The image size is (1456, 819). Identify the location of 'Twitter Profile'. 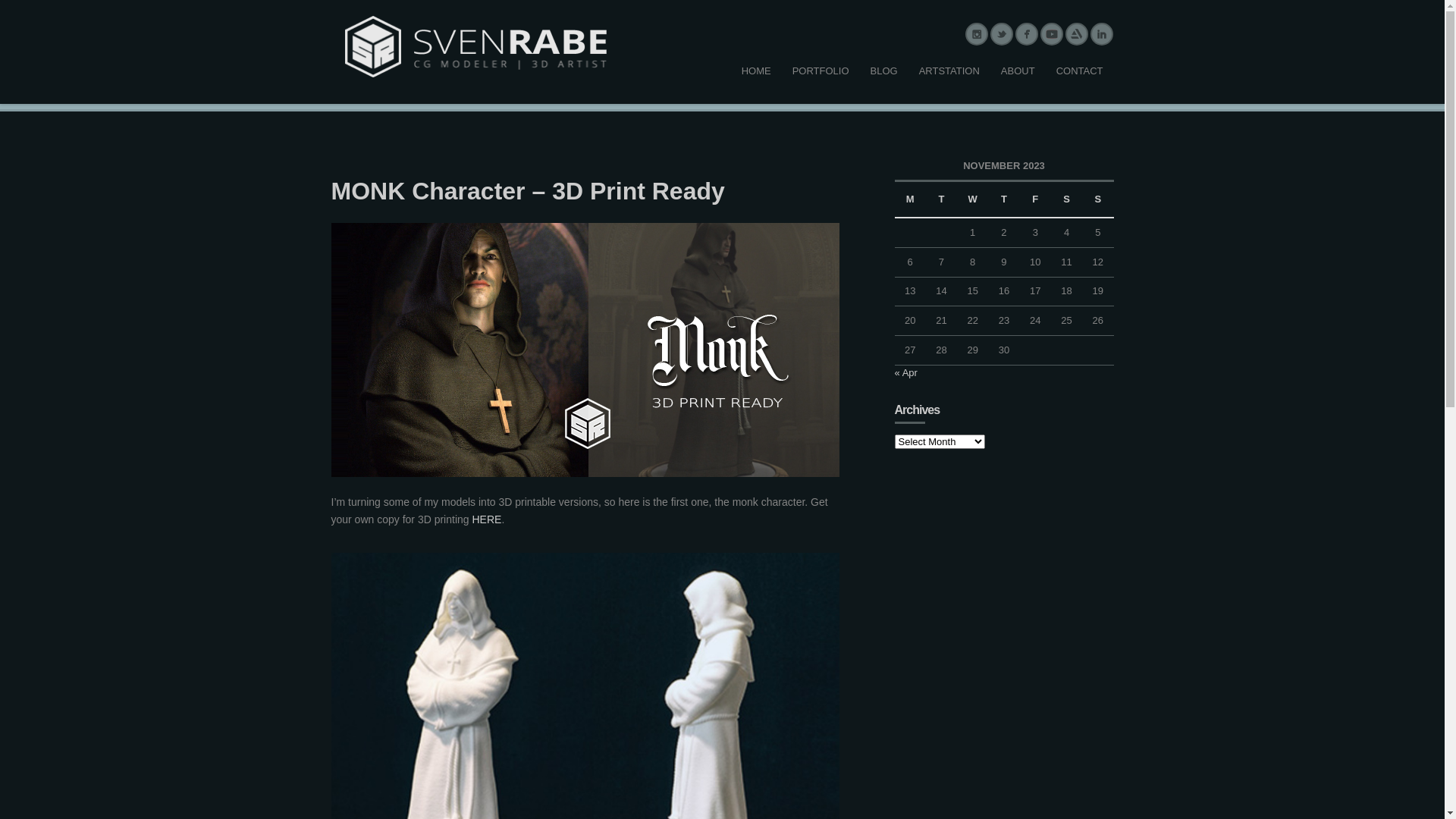
(1001, 34).